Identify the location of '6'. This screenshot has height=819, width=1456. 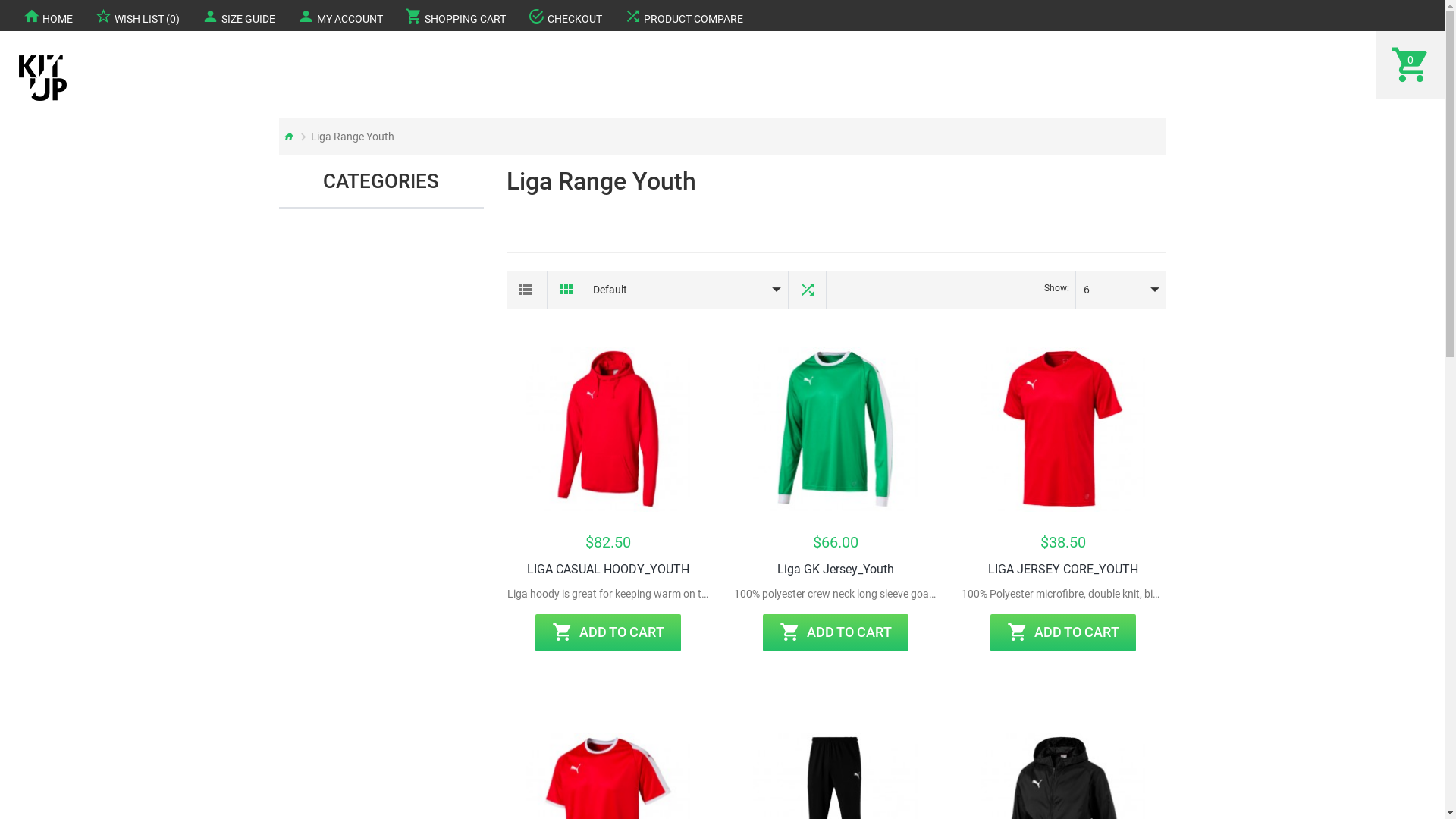
(1109, 289).